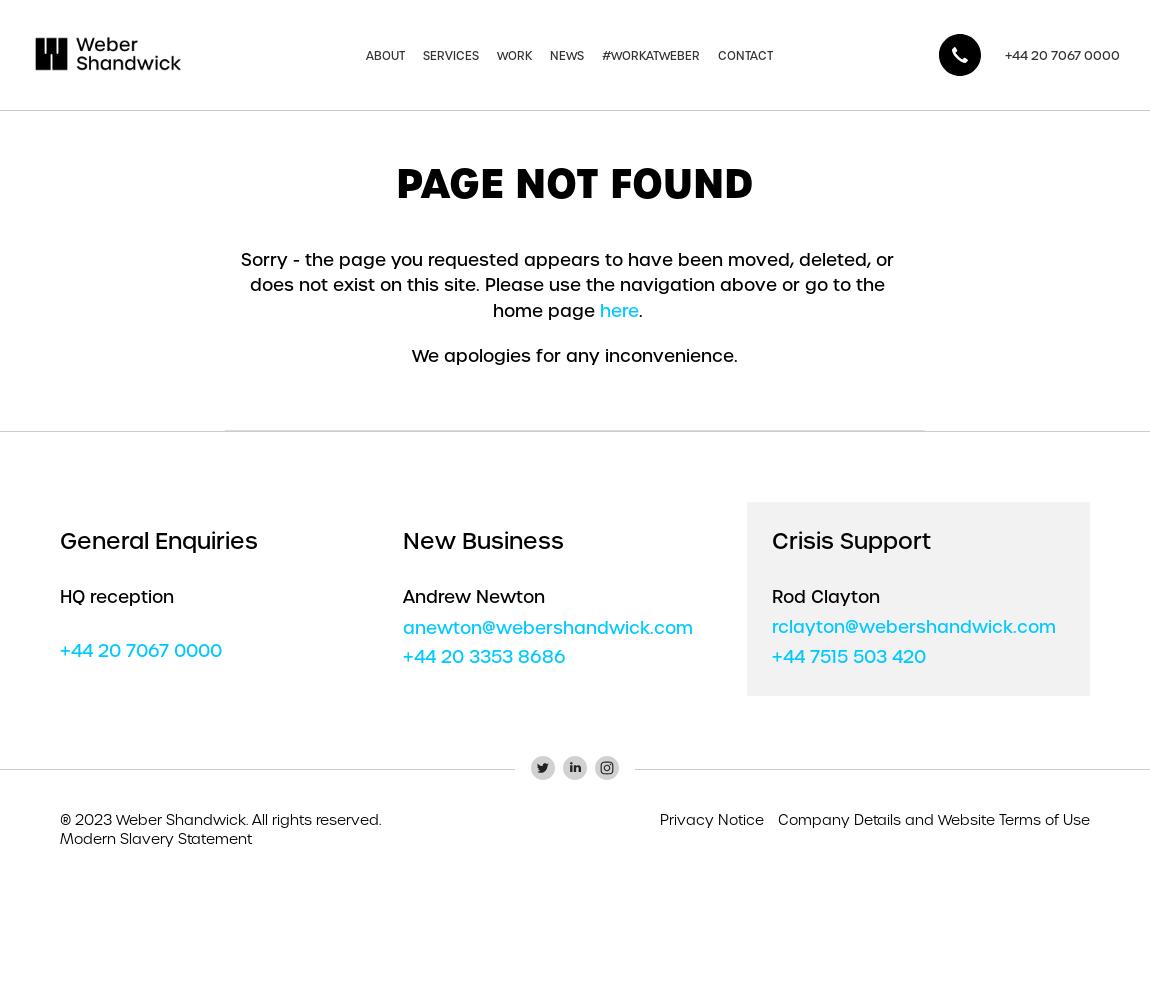 The image size is (1150, 1000). I want to click on 'NEWS', so click(566, 55).